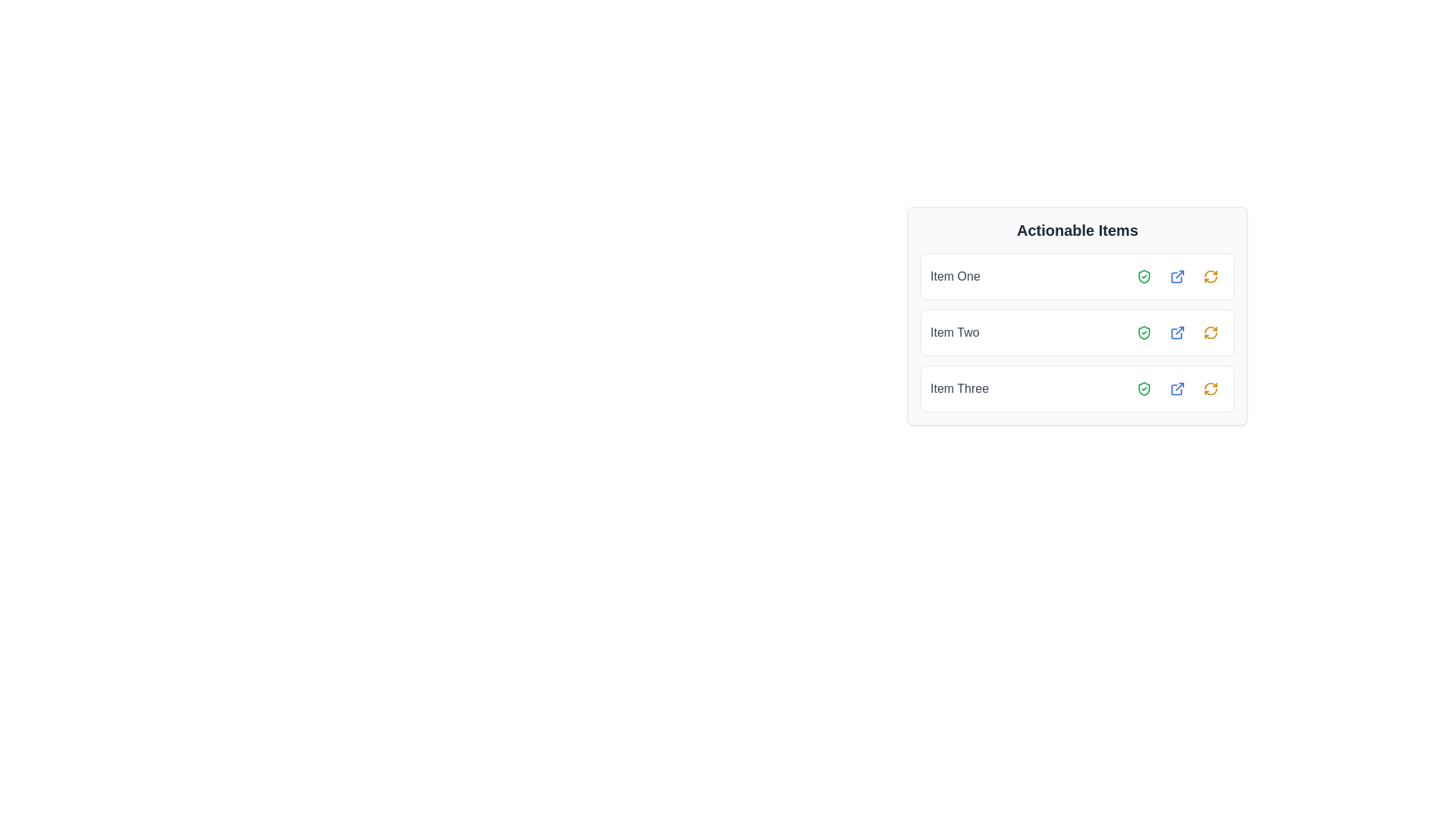 The height and width of the screenshot is (819, 1456). What do you see at coordinates (1144, 332) in the screenshot?
I see `the green shield SVG icon with a checkmark located in the 'Actionable Items' panel next to 'Item Two'` at bounding box center [1144, 332].